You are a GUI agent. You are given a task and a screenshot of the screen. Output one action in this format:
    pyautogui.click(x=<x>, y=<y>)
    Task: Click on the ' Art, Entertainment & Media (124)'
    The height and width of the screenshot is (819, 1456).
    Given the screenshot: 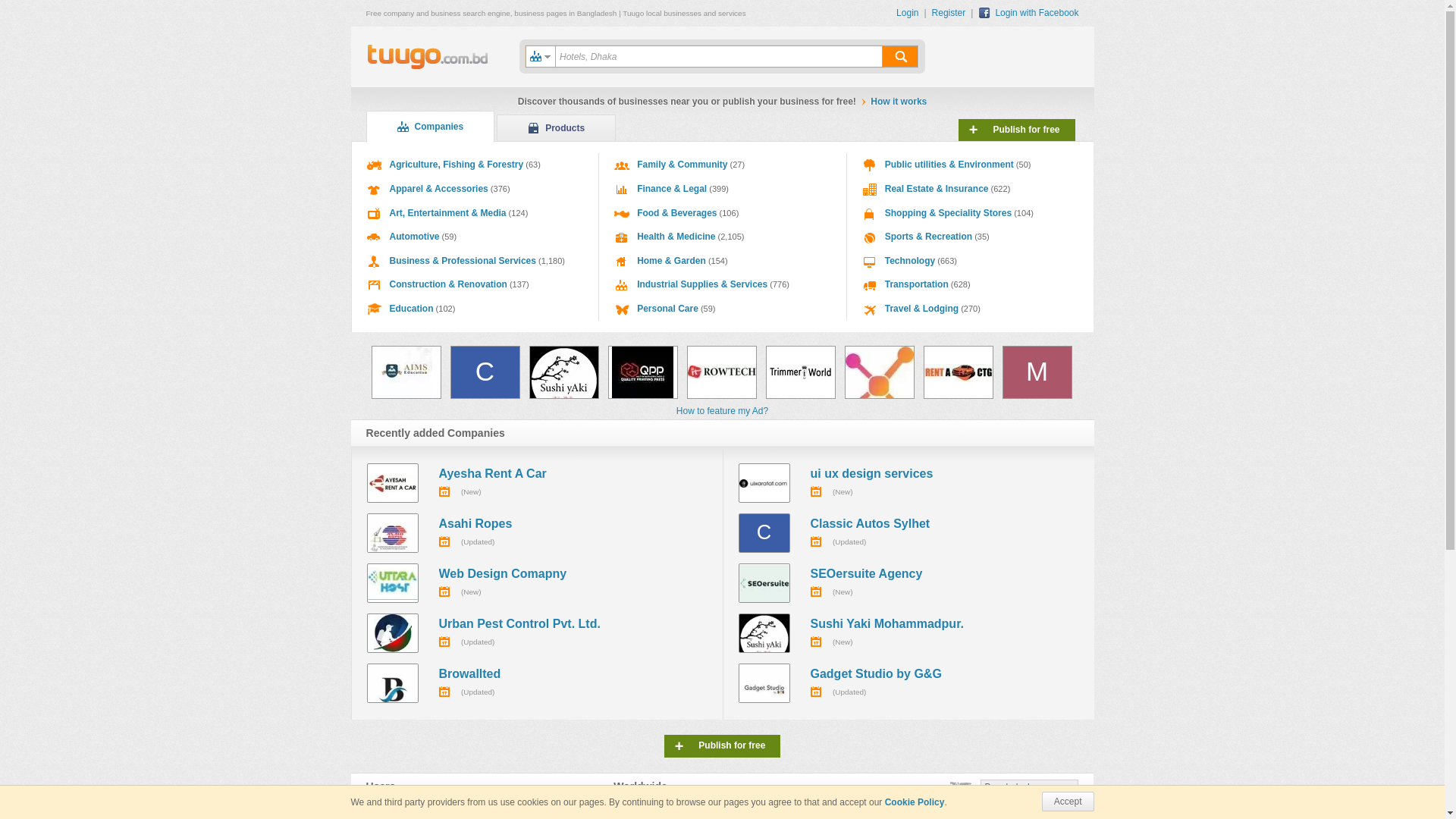 What is the action you would take?
    pyautogui.click(x=475, y=213)
    